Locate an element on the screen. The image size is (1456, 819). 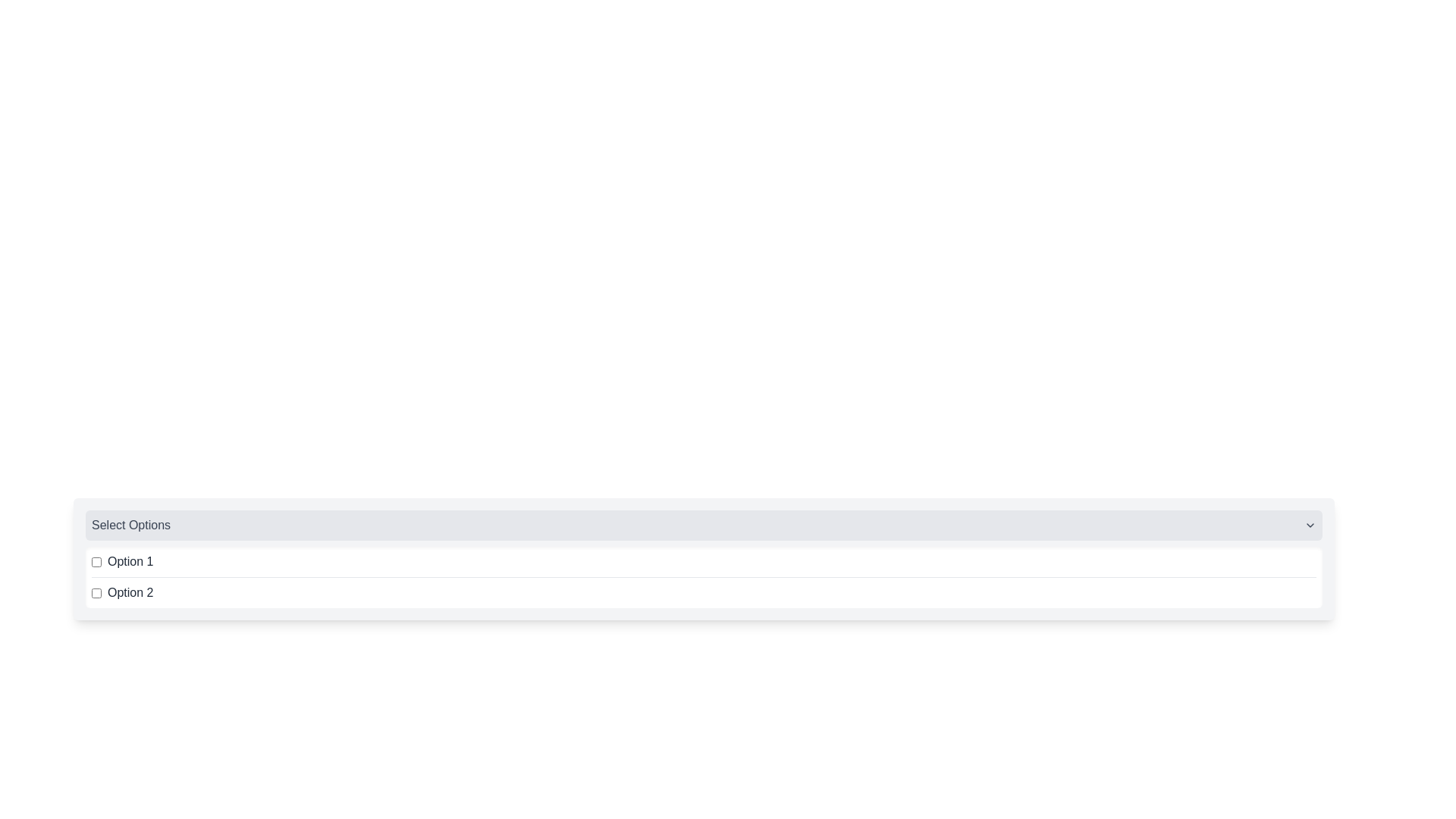
the Dropdown Header located at the top of the dropdown component group by moving the cursor to its center point is located at coordinates (703, 525).